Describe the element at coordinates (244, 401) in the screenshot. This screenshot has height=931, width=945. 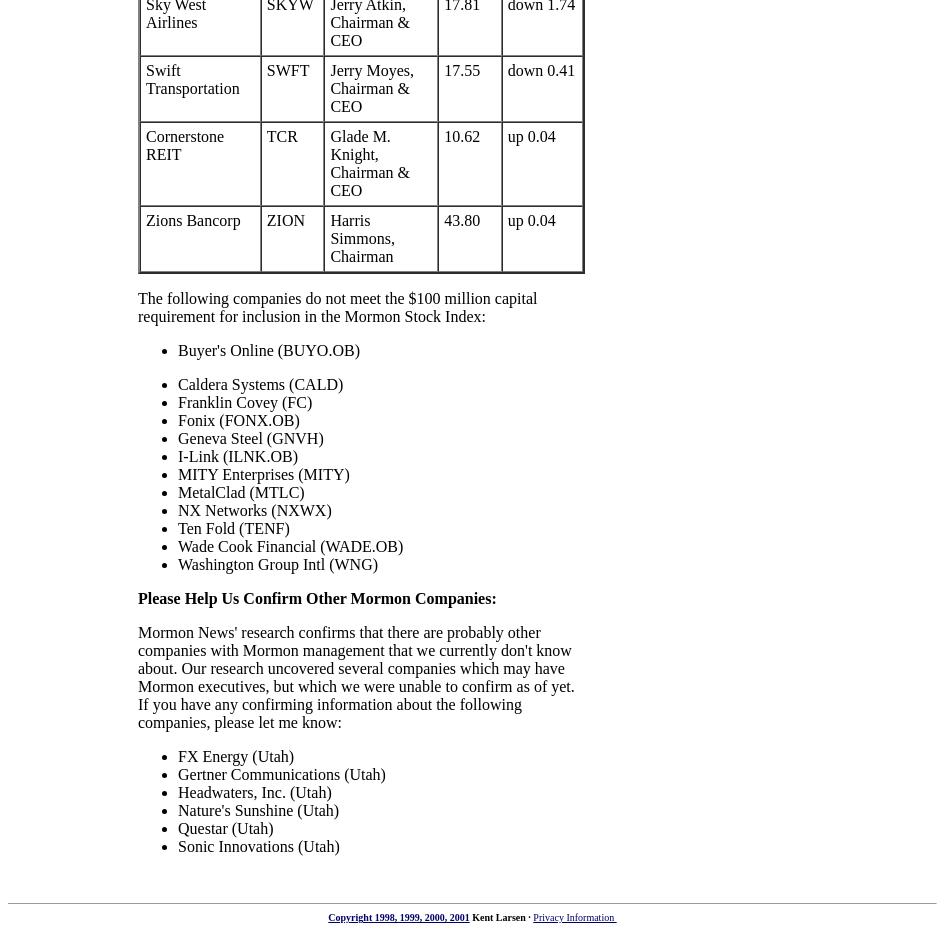
I see `'Franklin Covey (FC)'` at that location.